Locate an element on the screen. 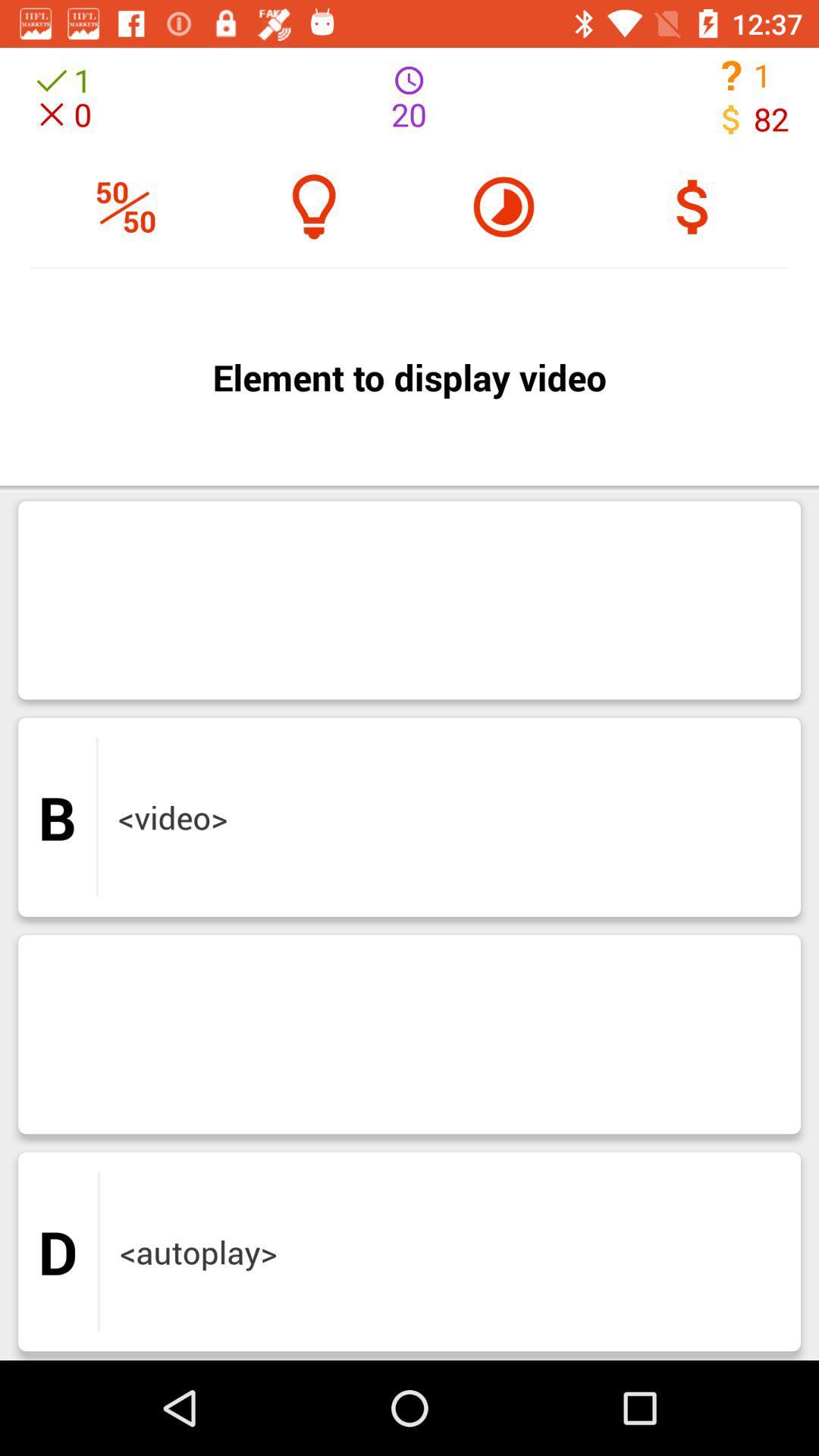 The width and height of the screenshot is (819, 1456). the help icon is located at coordinates (313, 206).